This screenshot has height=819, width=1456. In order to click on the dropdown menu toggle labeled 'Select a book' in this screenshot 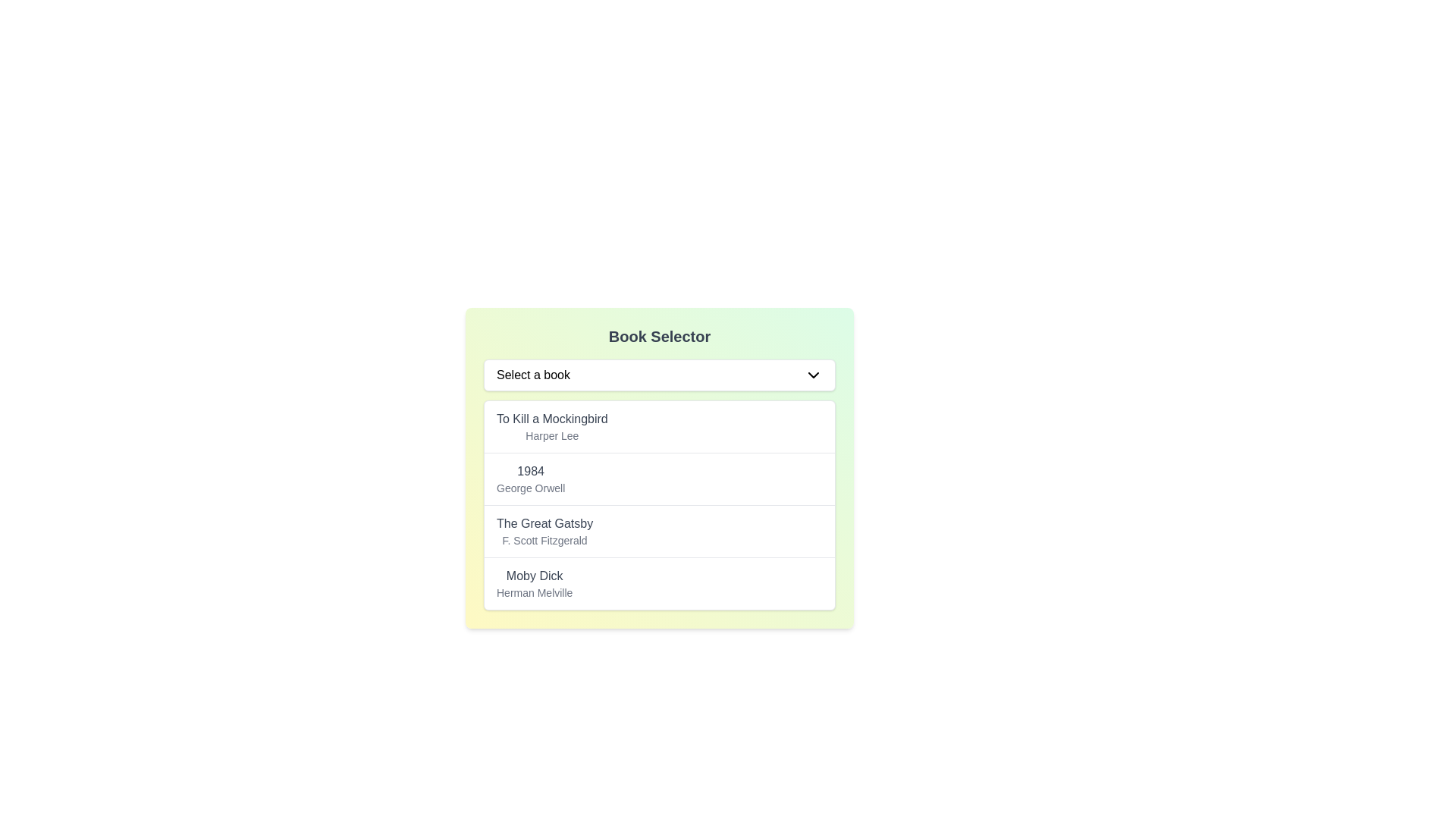, I will do `click(659, 375)`.